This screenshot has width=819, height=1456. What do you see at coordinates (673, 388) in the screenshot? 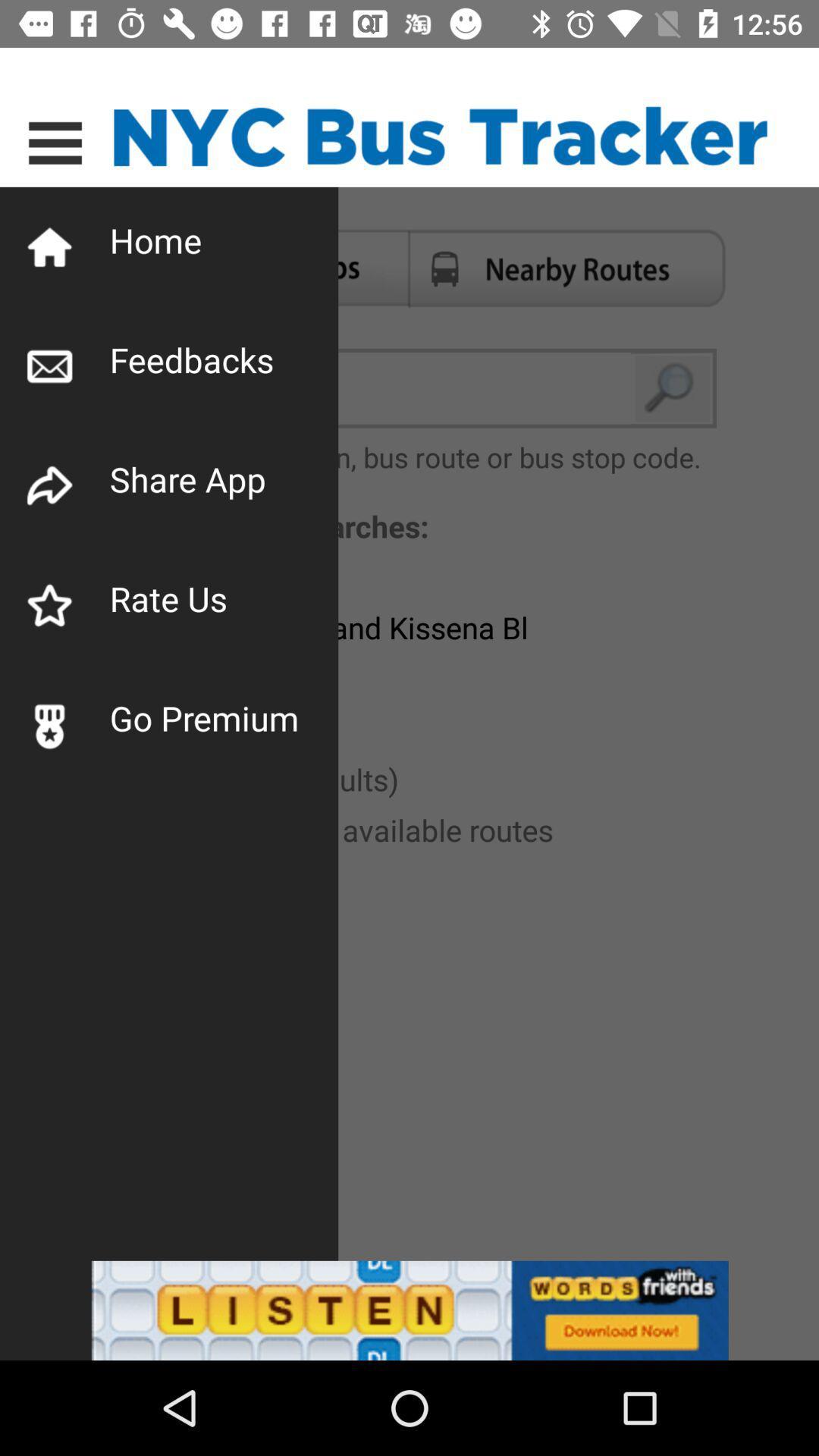
I see `the search icon` at bounding box center [673, 388].